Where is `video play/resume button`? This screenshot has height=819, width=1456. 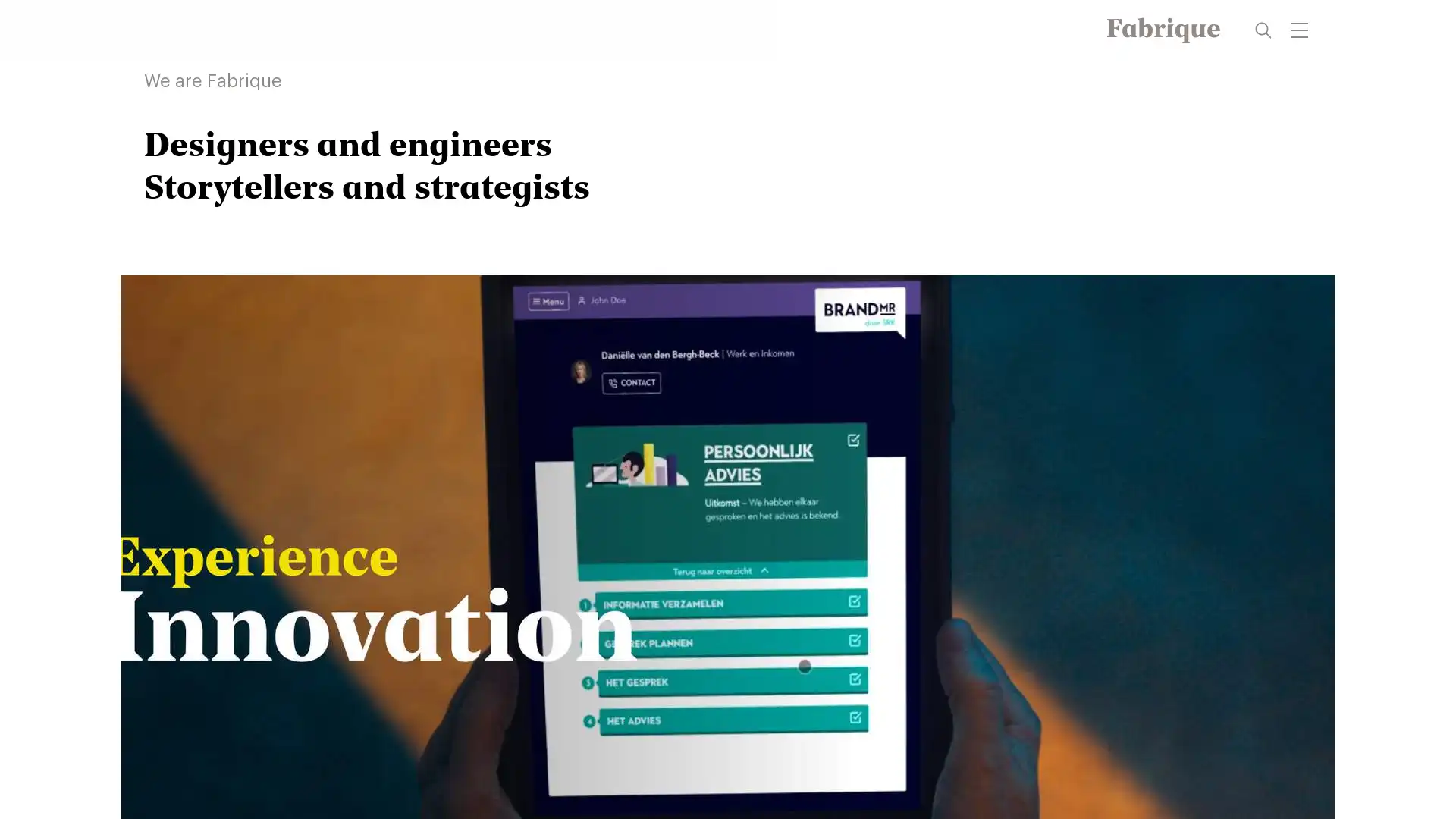 video play/resume button is located at coordinates (728, 595).